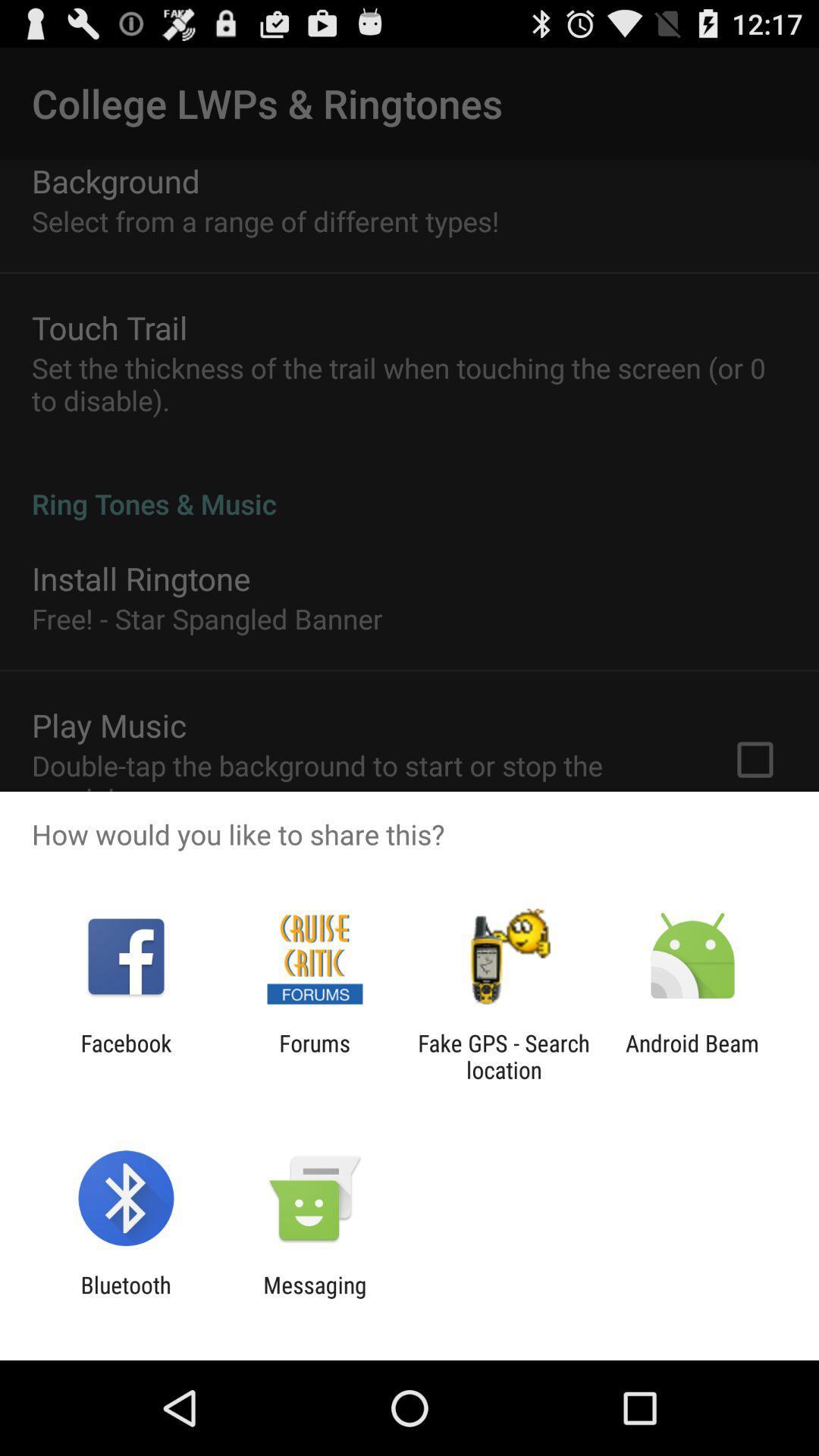 Image resolution: width=819 pixels, height=1456 pixels. Describe the element at coordinates (314, 1298) in the screenshot. I see `messaging icon` at that location.